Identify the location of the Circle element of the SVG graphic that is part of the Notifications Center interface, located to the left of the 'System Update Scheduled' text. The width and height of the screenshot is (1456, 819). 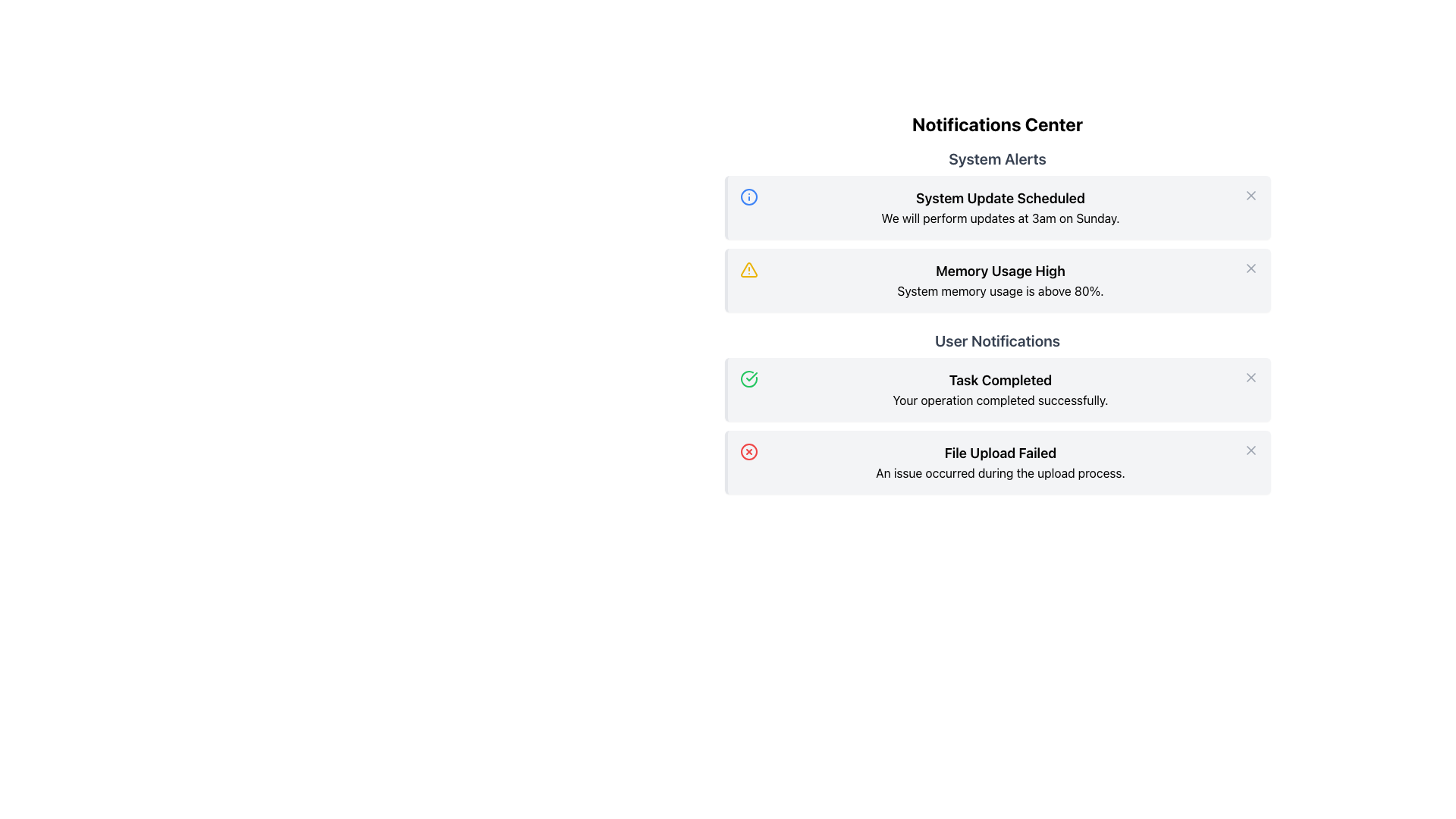
(748, 196).